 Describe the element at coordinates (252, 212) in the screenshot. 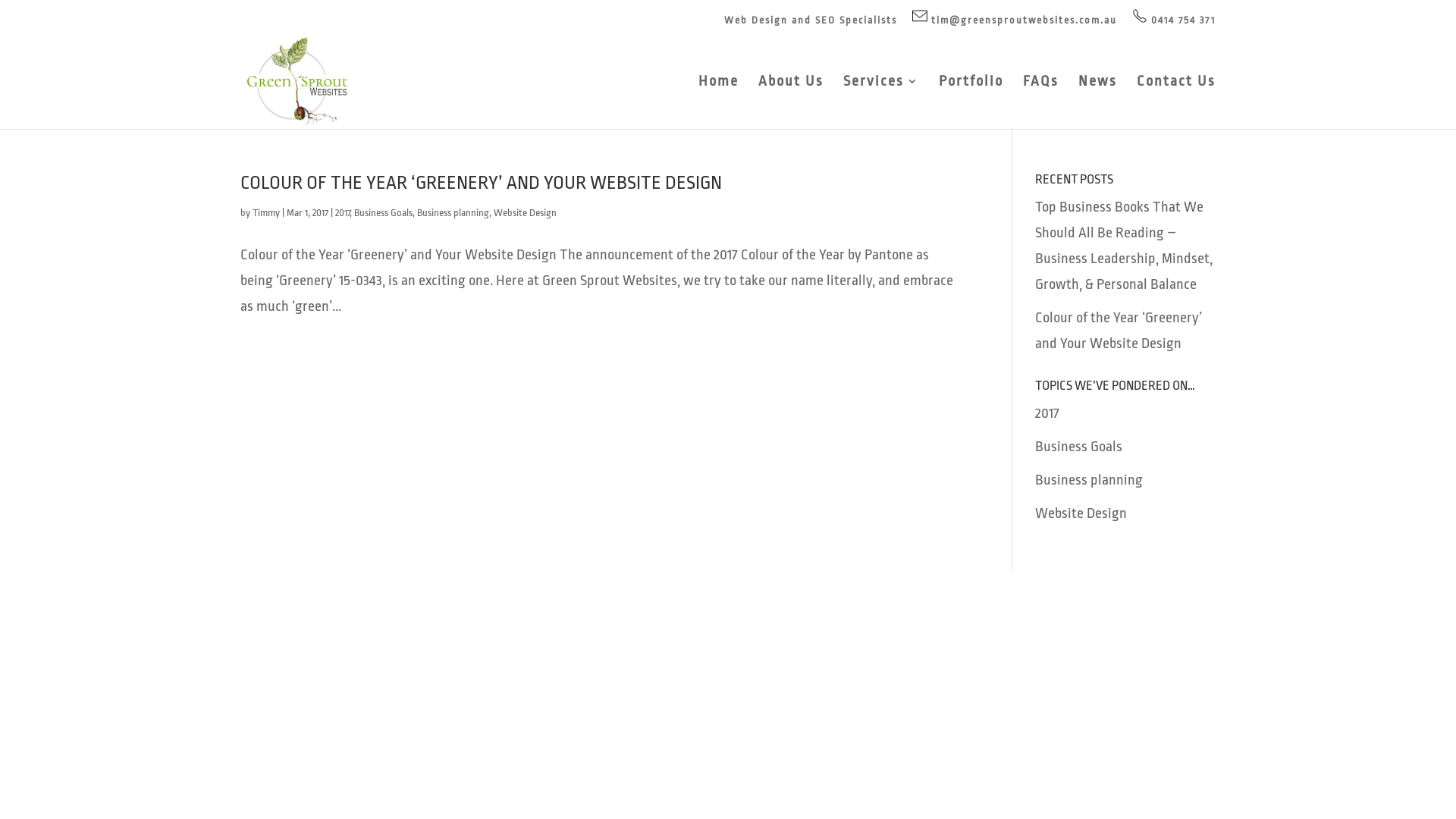

I see `'Timmy'` at that location.